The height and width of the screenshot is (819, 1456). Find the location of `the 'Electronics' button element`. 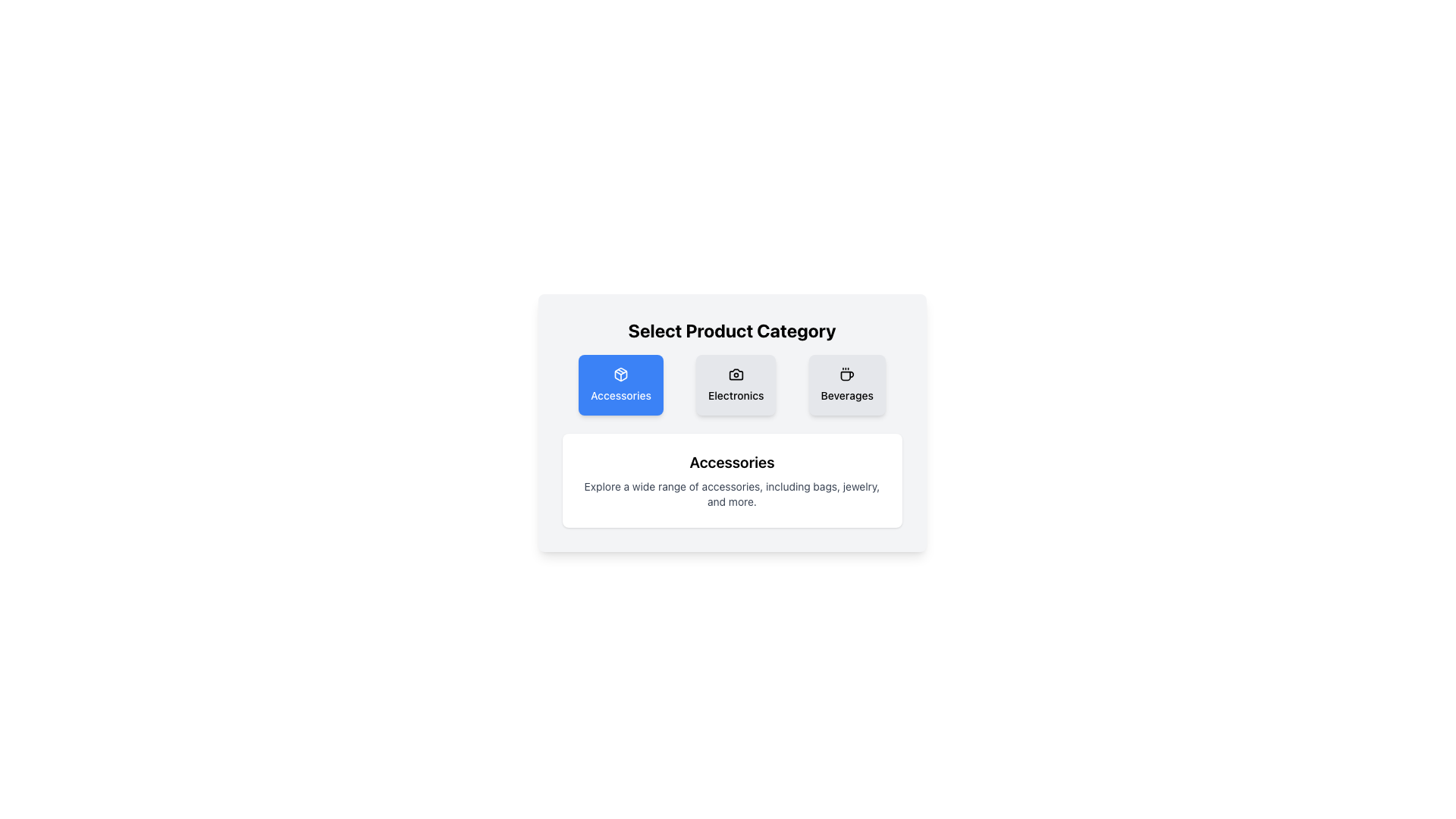

the 'Electronics' button element is located at coordinates (732, 384).